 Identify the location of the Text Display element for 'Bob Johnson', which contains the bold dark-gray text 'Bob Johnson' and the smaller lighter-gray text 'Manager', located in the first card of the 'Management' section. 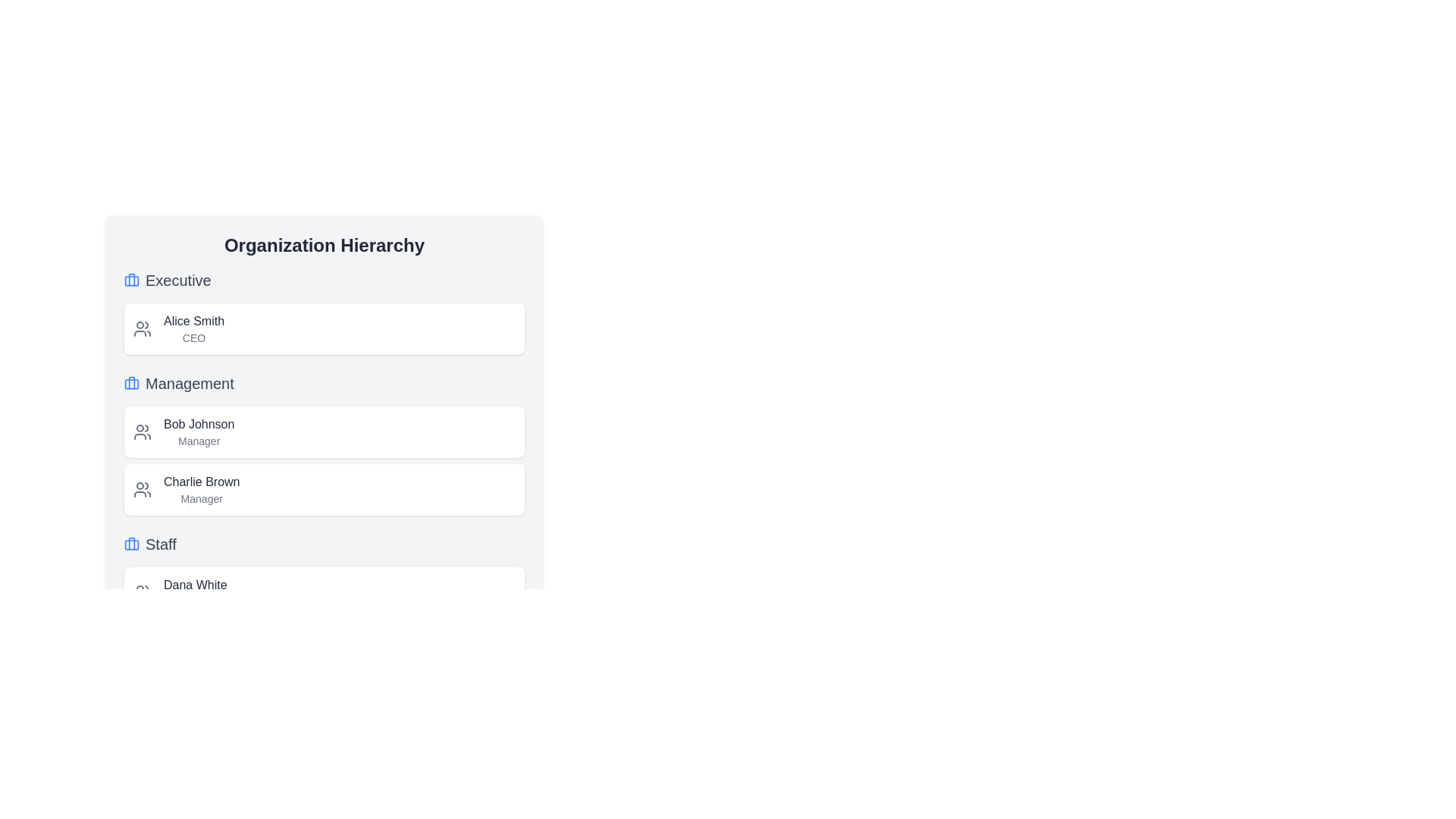
(198, 432).